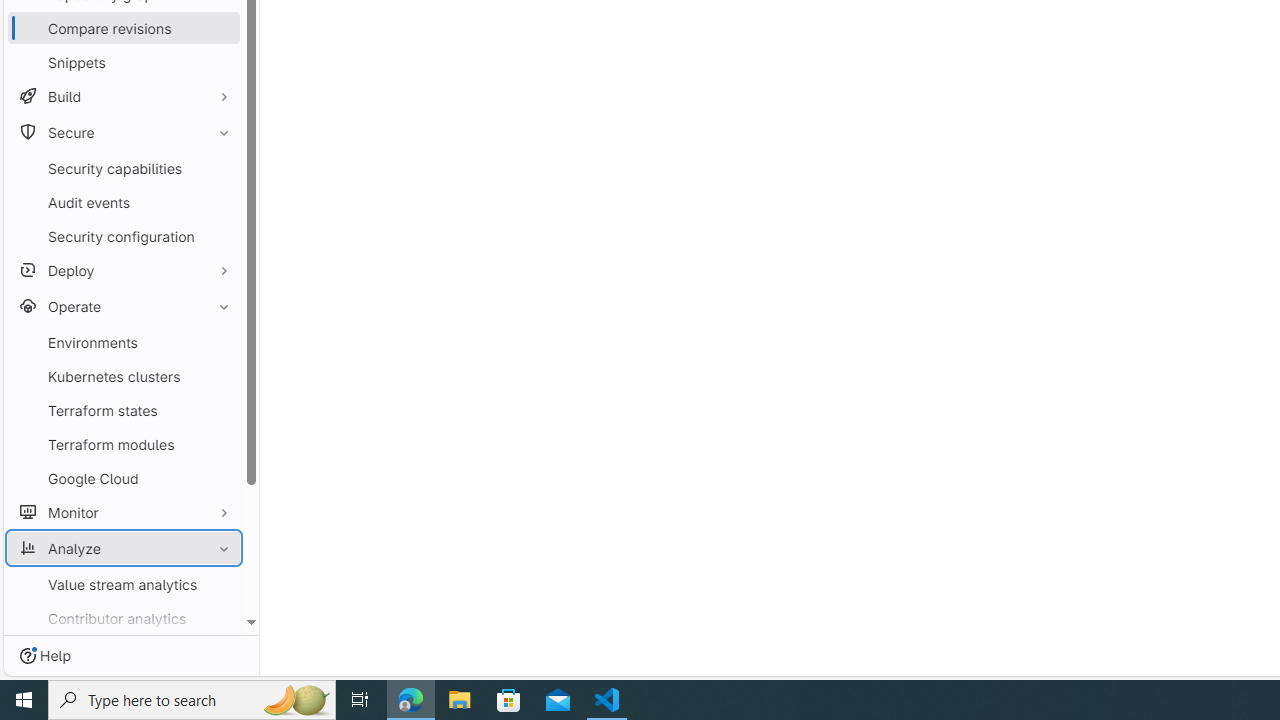 The image size is (1280, 720). I want to click on 'Build', so click(123, 96).